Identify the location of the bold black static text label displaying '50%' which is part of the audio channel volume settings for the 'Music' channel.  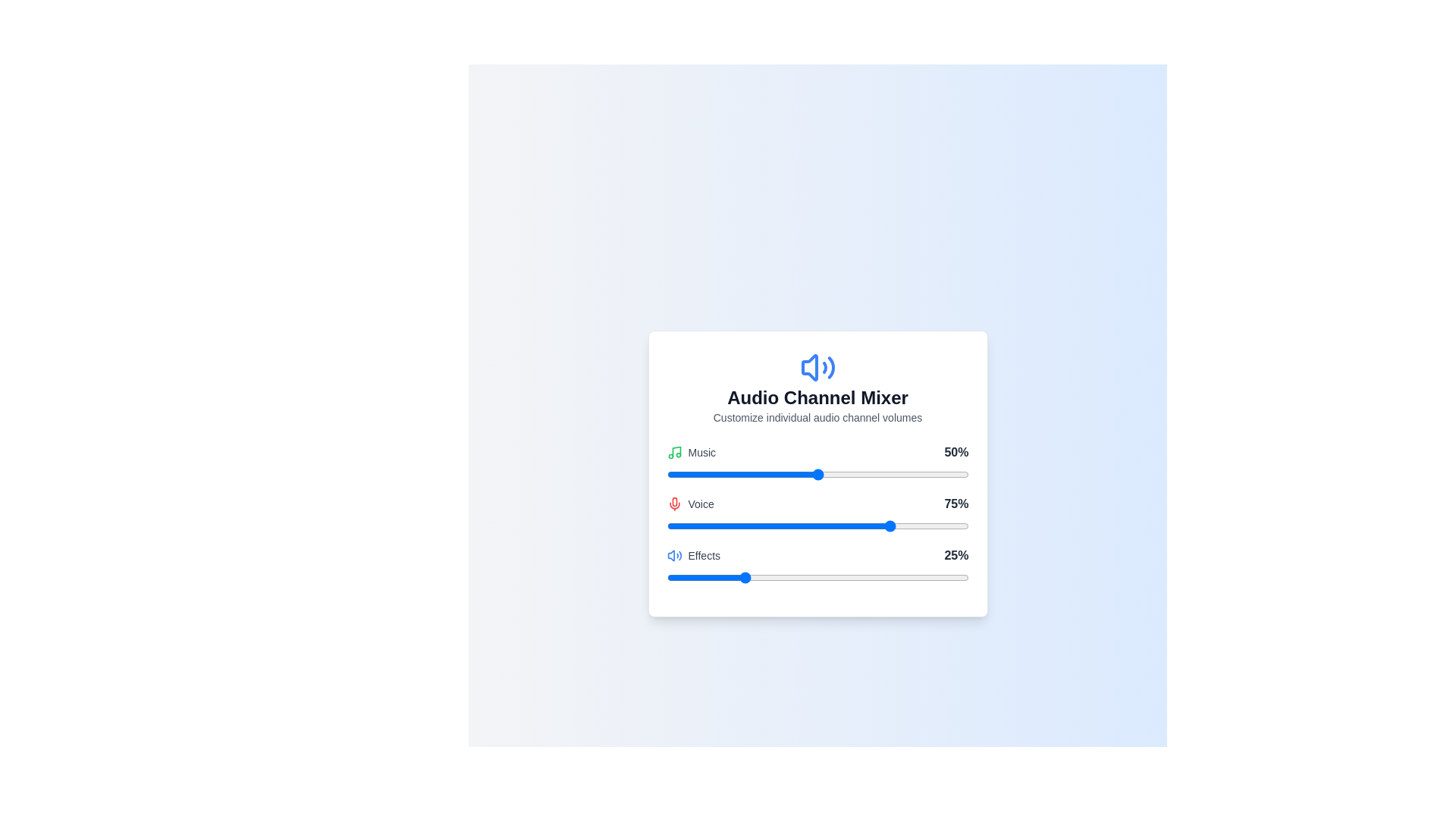
(955, 452).